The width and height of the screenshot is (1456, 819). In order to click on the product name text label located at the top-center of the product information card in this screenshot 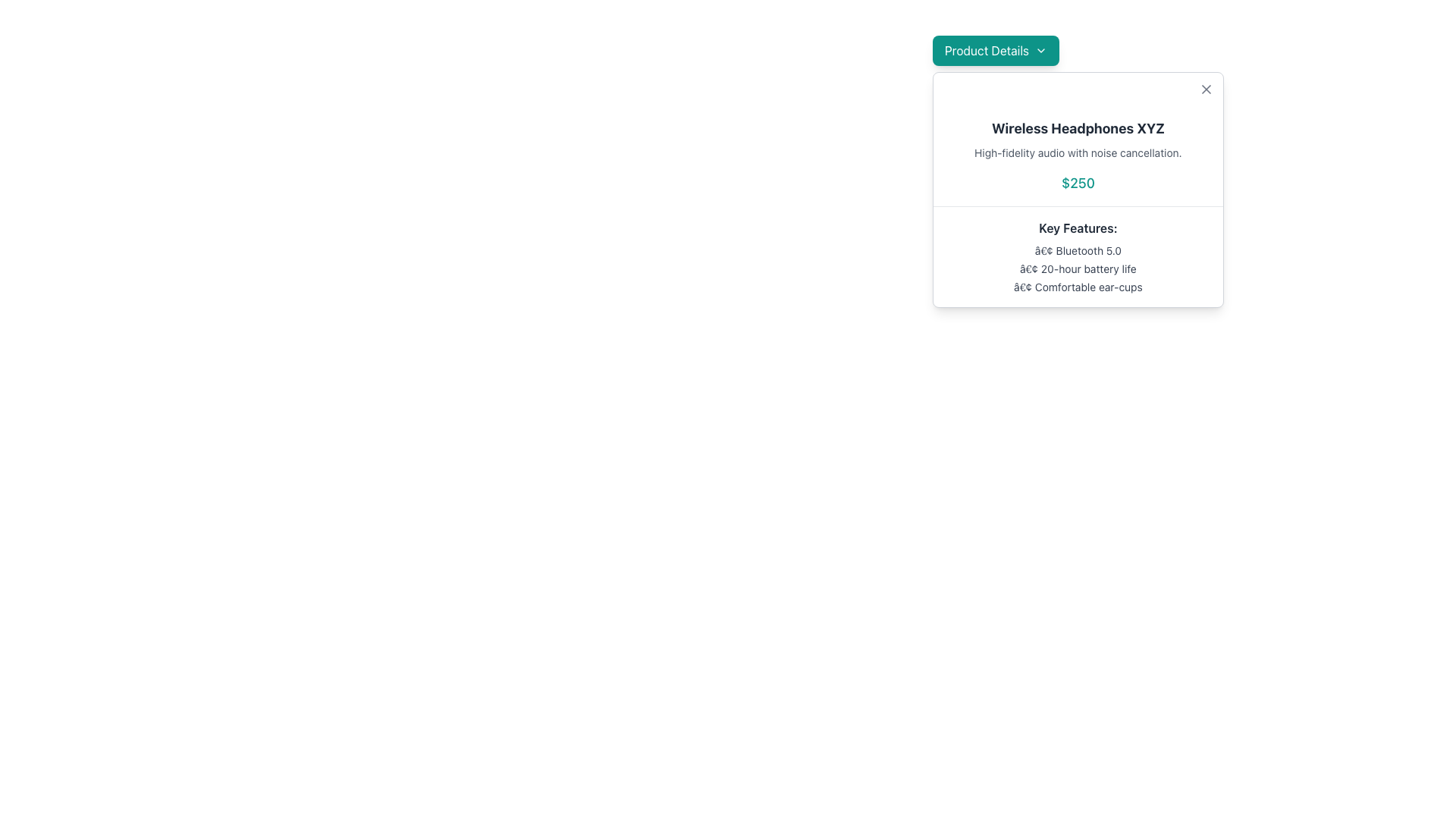, I will do `click(1077, 127)`.